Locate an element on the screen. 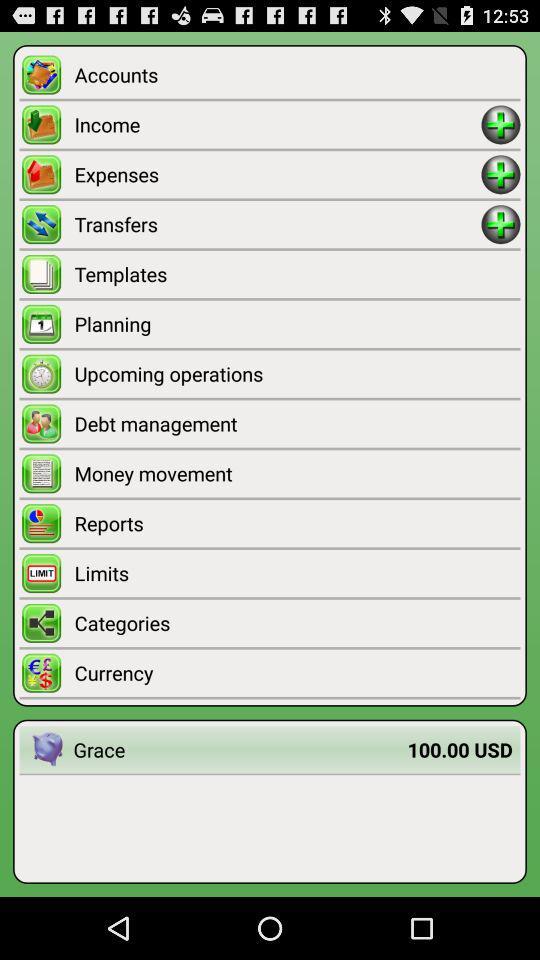 This screenshot has height=960, width=540. planning is located at coordinates (296, 324).